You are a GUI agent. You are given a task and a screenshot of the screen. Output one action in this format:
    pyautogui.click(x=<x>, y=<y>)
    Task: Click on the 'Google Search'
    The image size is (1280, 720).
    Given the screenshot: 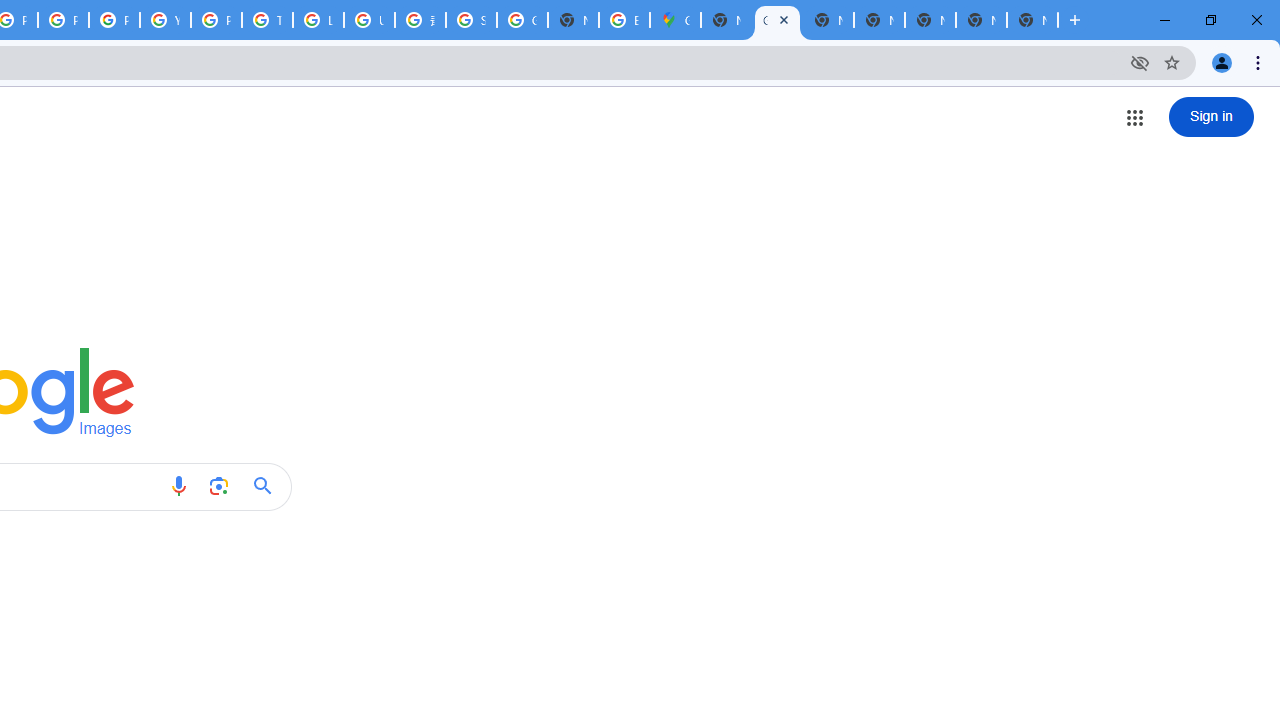 What is the action you would take?
    pyautogui.click(x=267, y=486)
    